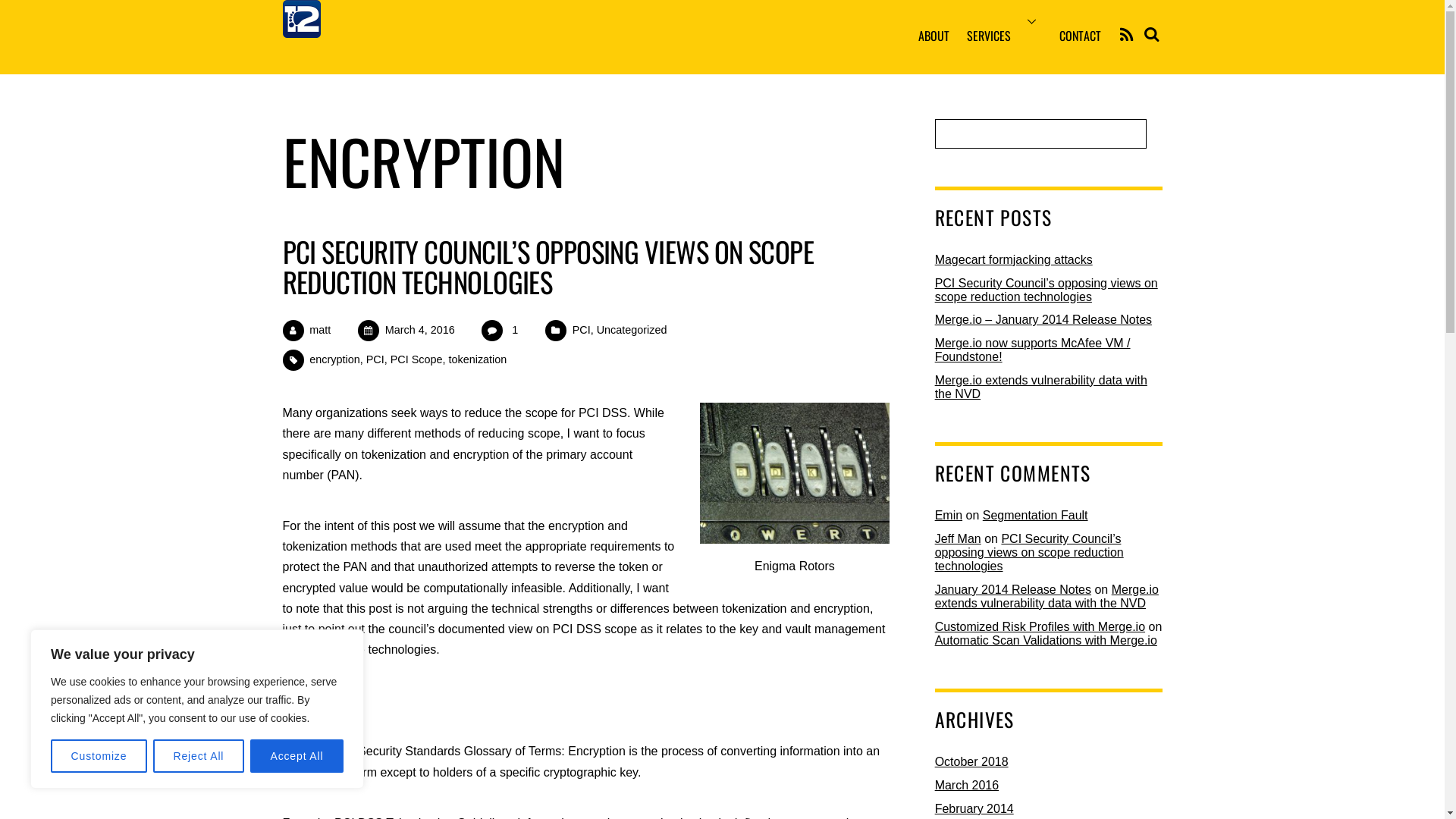 Image resolution: width=1456 pixels, height=819 pixels. I want to click on 'Automatic Scan Validations with Merge.io', so click(1045, 640).